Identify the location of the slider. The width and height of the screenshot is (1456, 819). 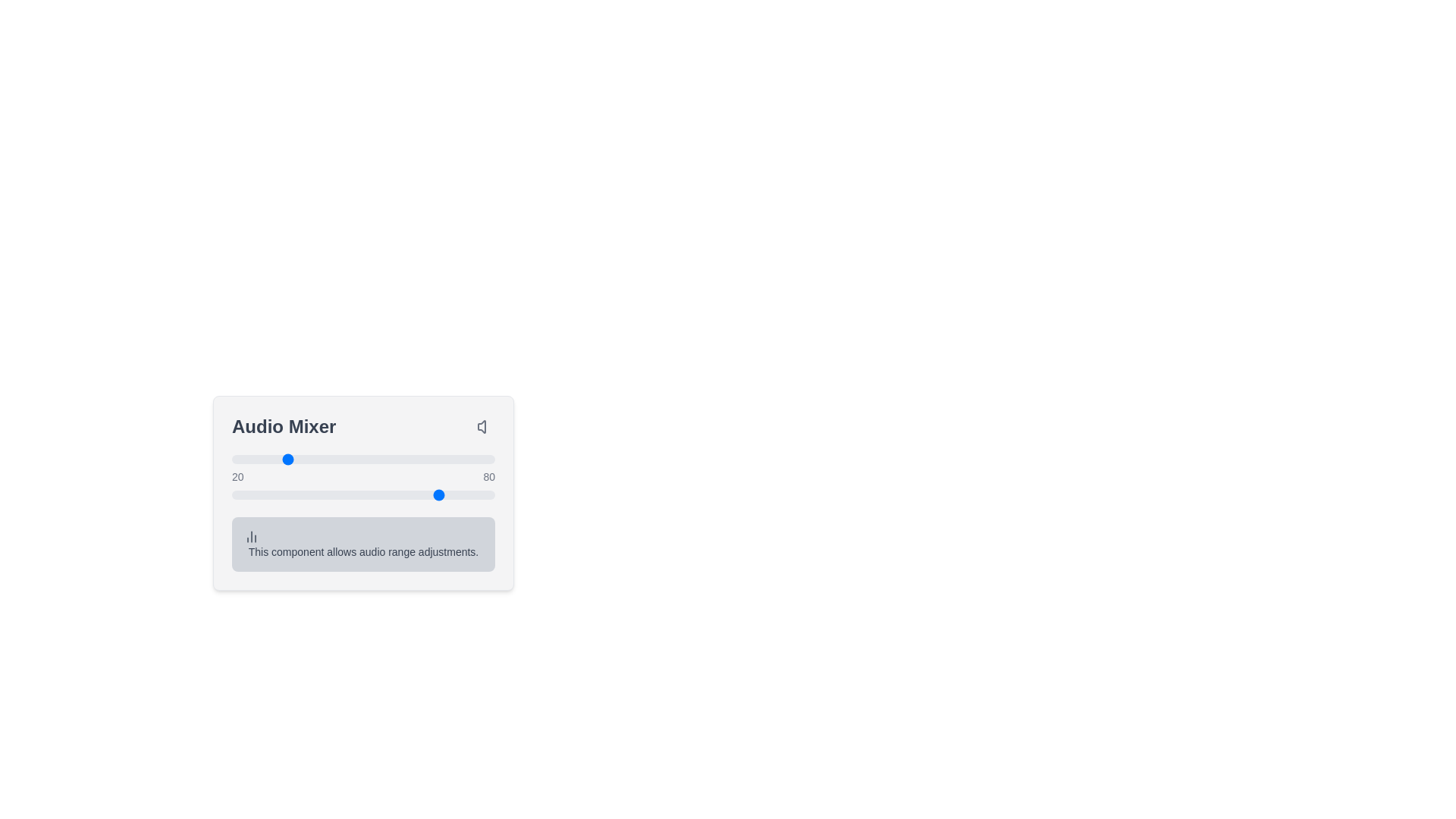
(419, 458).